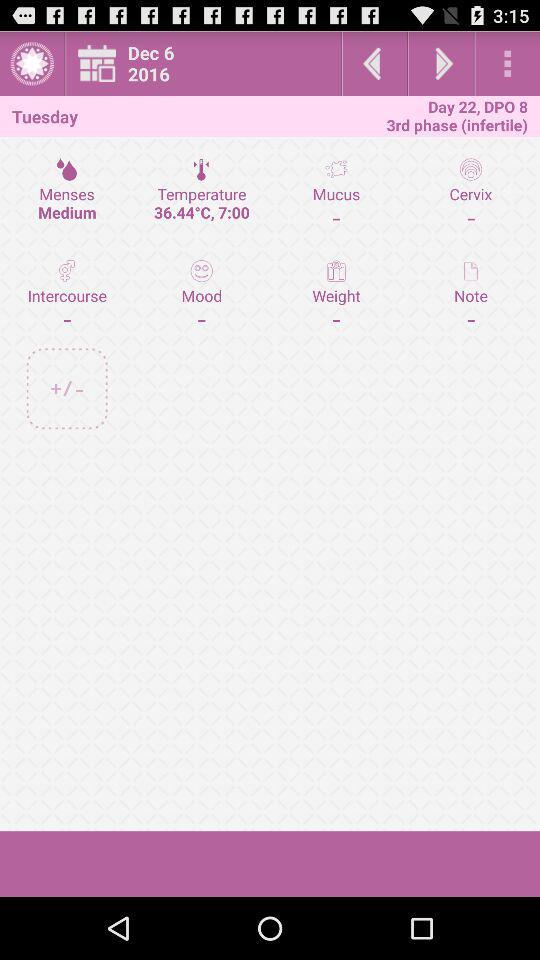 This screenshot has height=960, width=540. I want to click on cervix, so click(470, 193).